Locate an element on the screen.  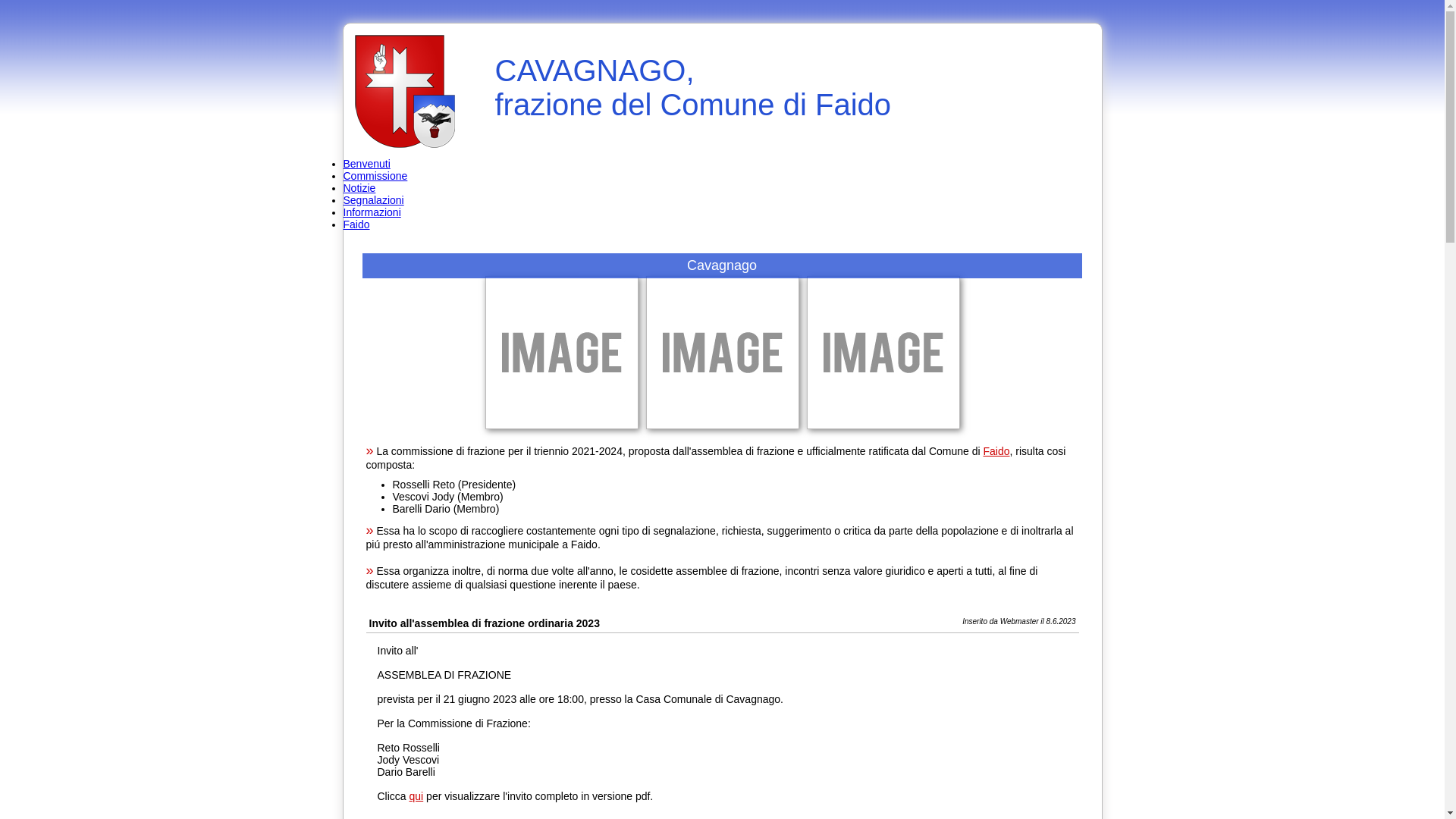
'Benvenuti' is located at coordinates (366, 164).